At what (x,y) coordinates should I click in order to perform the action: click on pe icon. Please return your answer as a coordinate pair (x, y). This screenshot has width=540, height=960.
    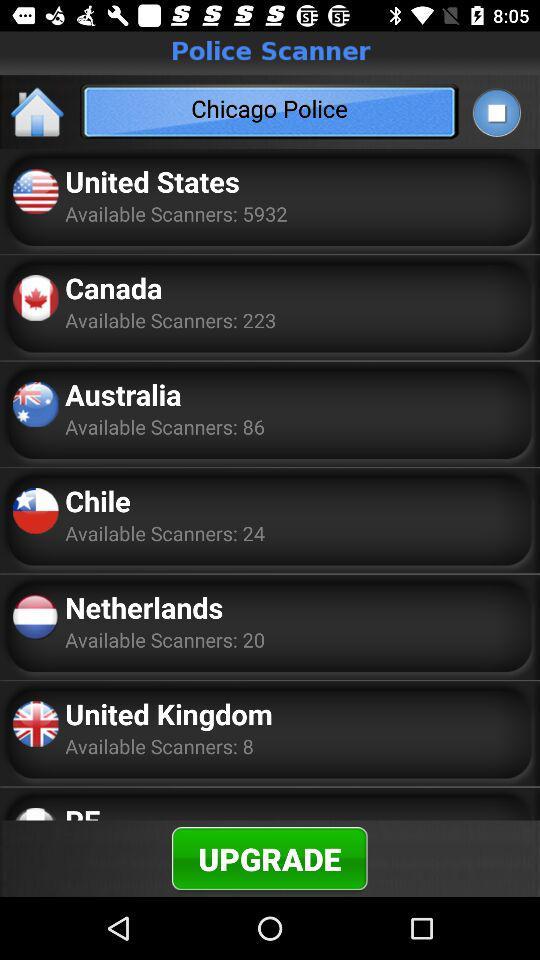
    Looking at the image, I should click on (81, 810).